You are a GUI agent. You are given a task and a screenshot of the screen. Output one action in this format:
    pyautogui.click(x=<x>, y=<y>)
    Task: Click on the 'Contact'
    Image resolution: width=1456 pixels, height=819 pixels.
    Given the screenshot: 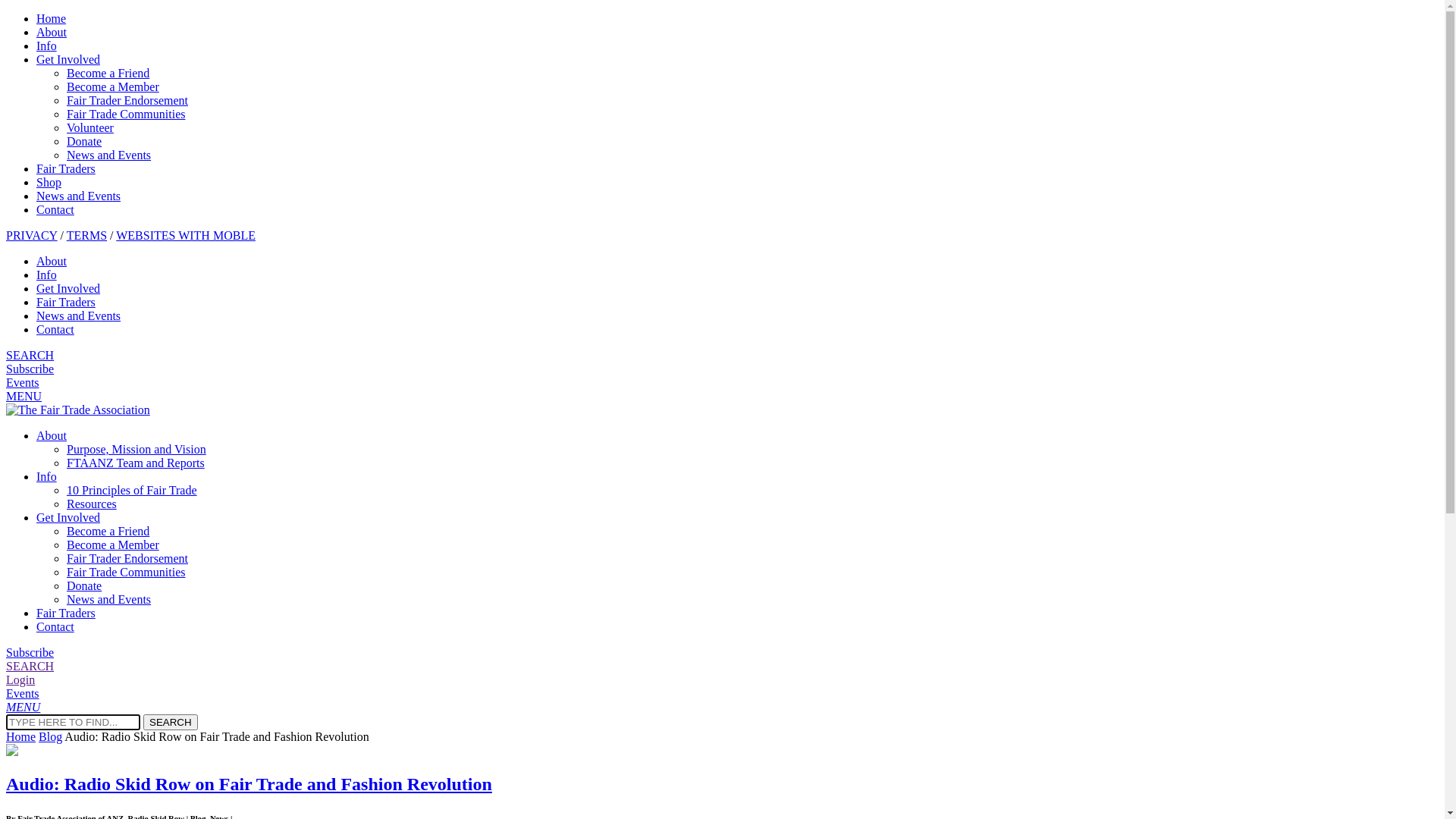 What is the action you would take?
    pyautogui.click(x=55, y=626)
    